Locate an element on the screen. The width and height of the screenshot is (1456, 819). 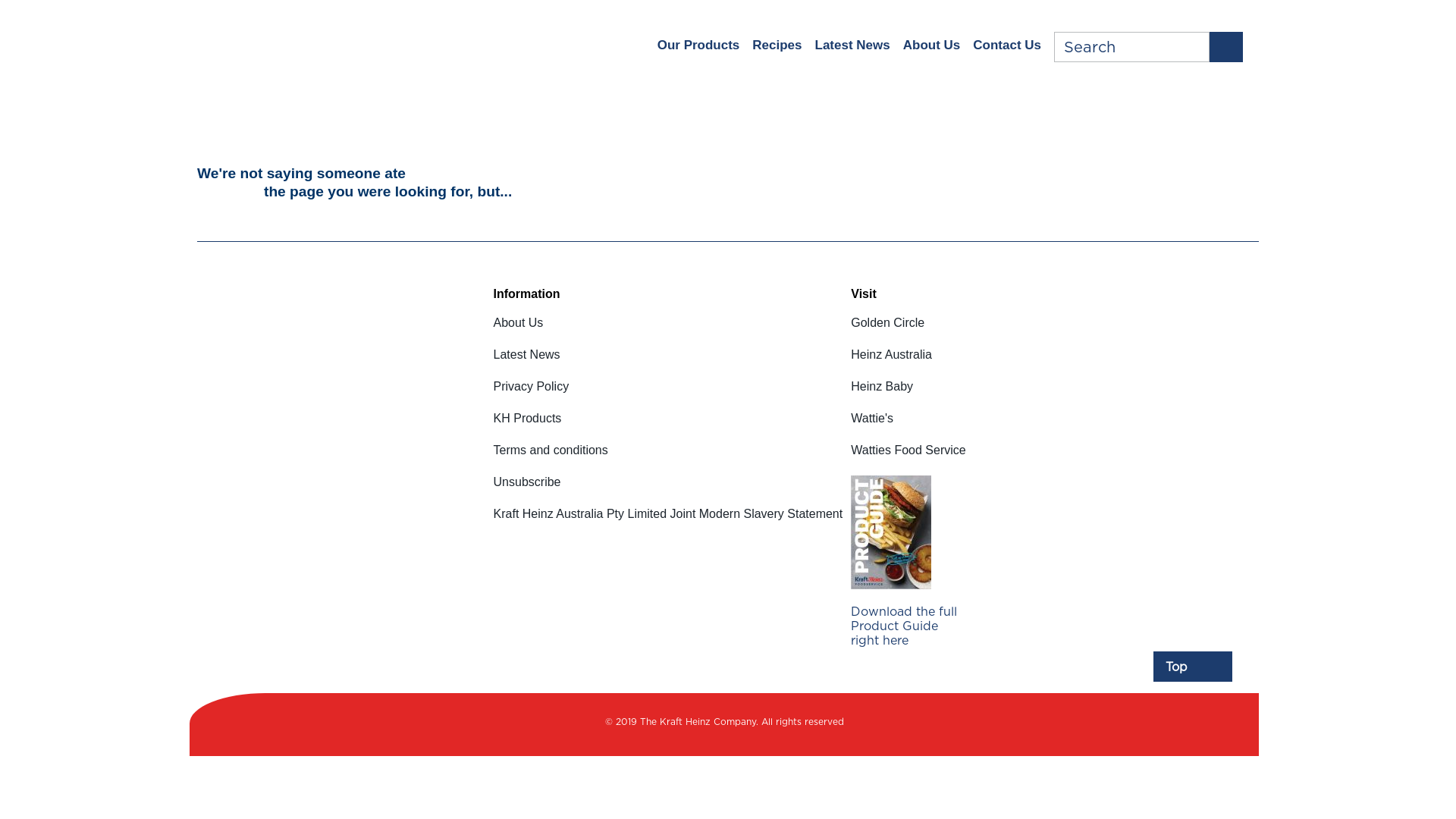
'Watties Food Service' is located at coordinates (908, 458).